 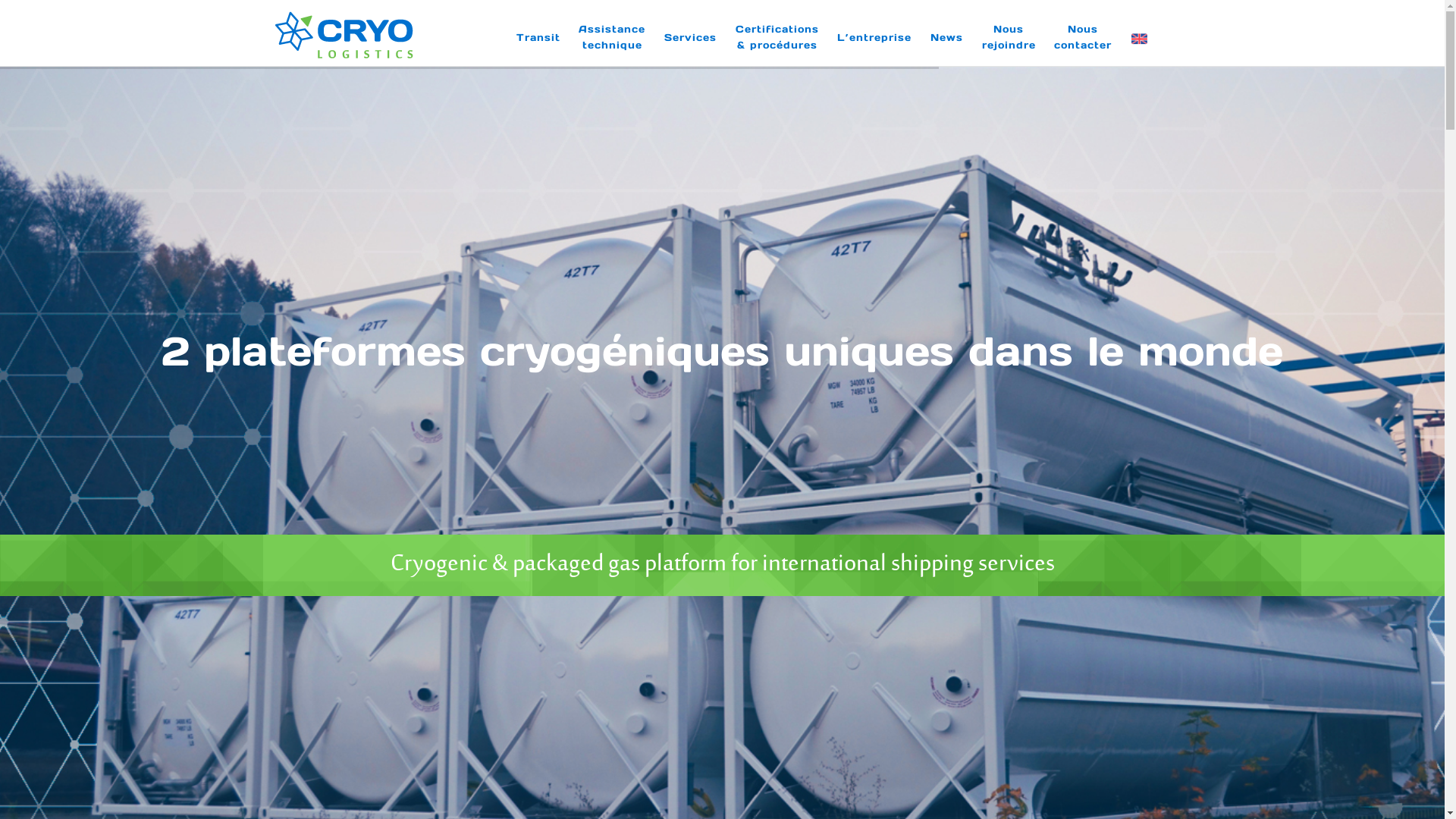 I want to click on 'Nous, so click(x=1082, y=36).